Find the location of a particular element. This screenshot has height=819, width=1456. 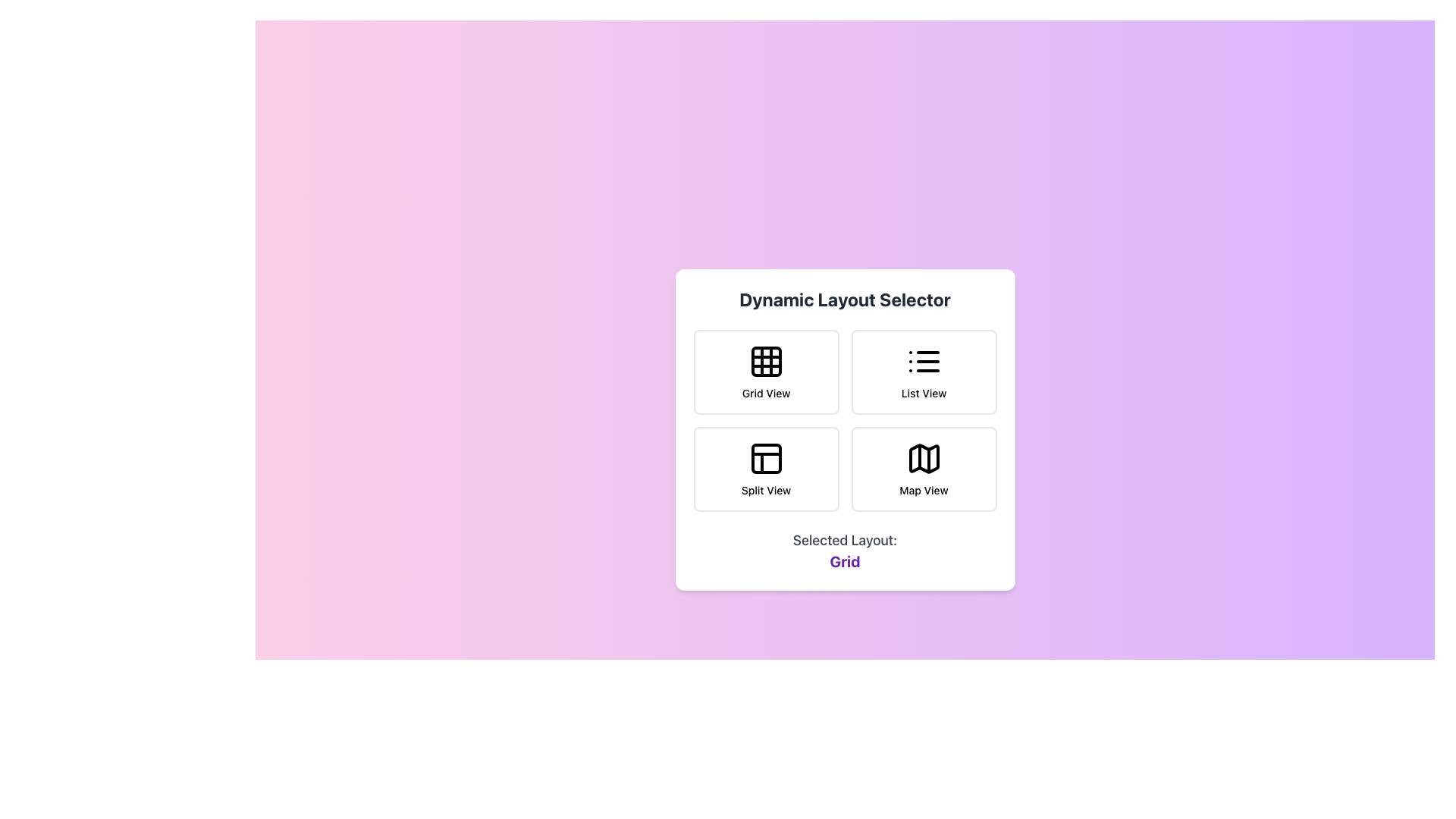

the central rectangle of the 'Grid View' button in the layout selector modal, which serves as a decorative shape within the grid icon is located at coordinates (766, 362).